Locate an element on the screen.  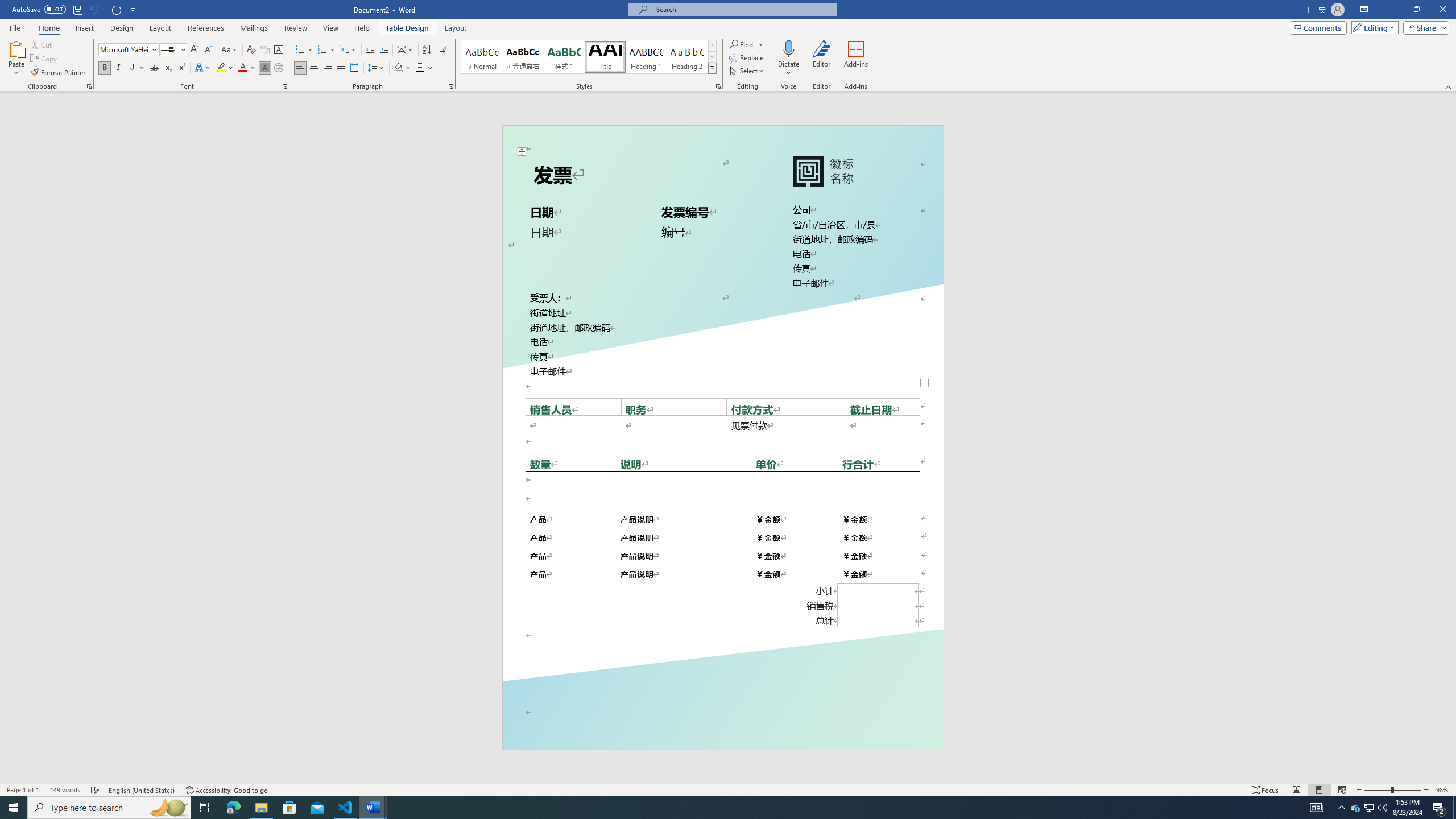
'Can' is located at coordinates (97, 9).